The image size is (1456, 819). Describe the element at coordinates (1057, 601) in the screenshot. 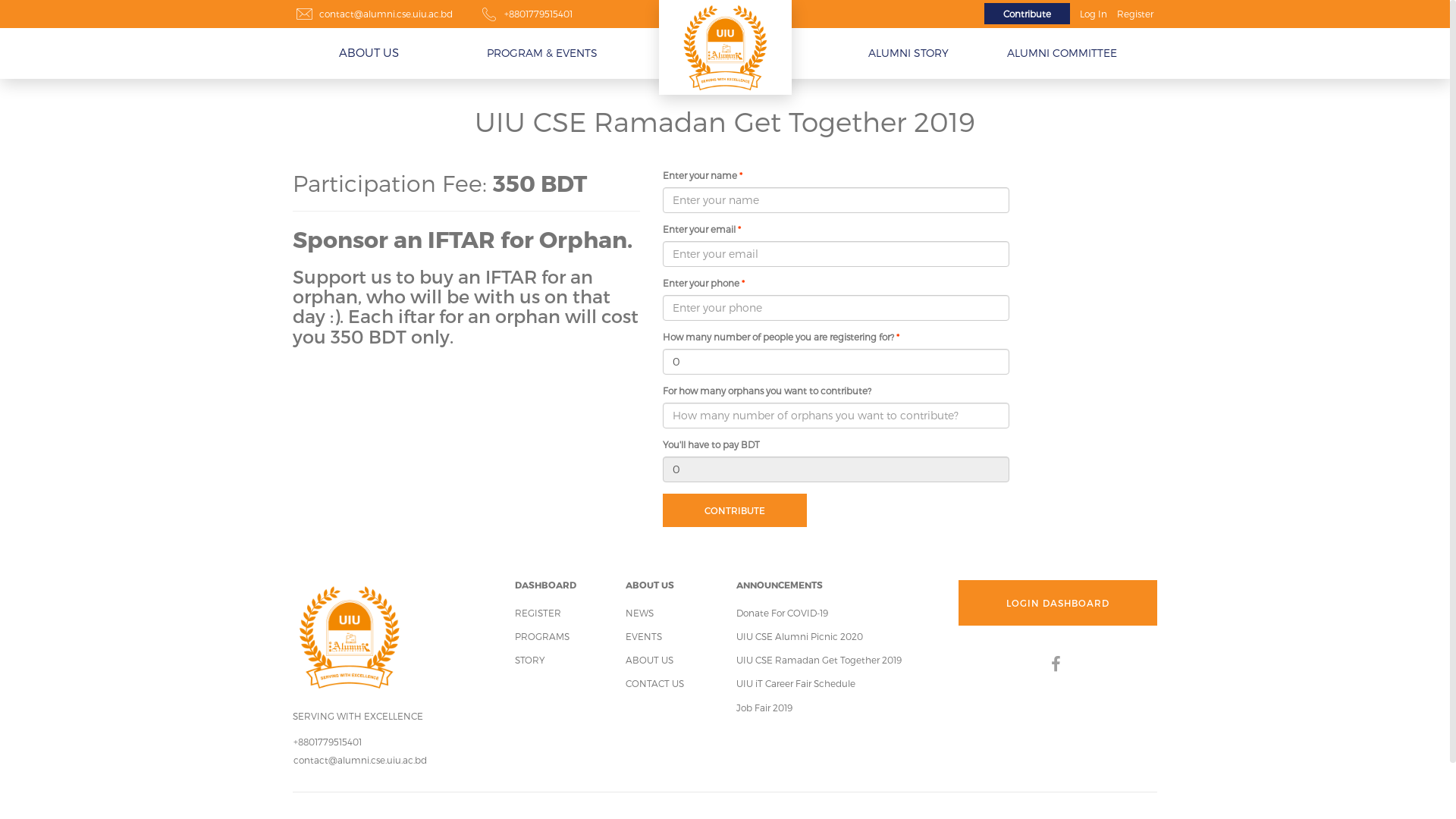

I see `'LOGIN DASHBOARD'` at that location.